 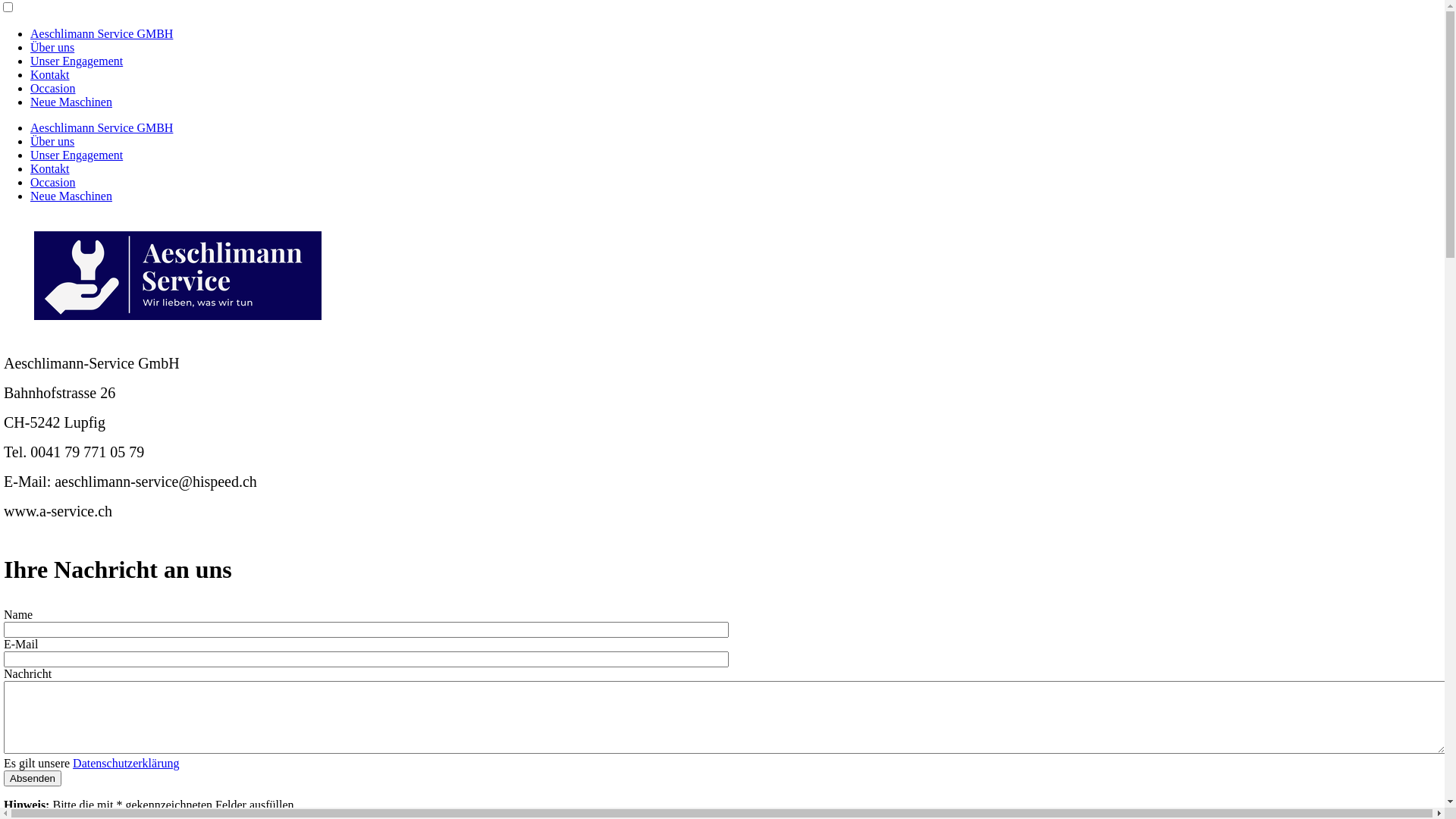 I want to click on 'Unser Engagement', so click(x=75, y=155).